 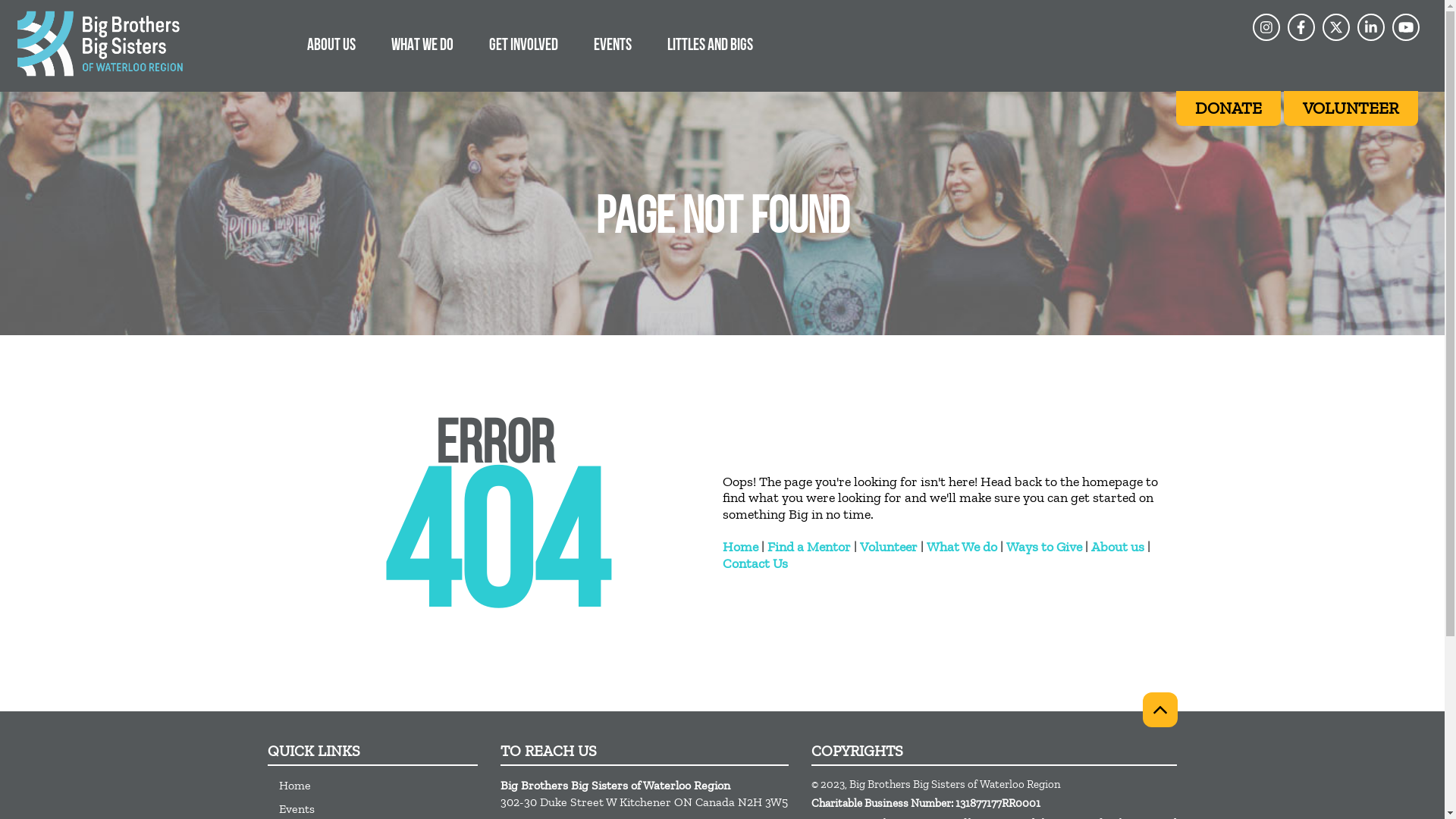 What do you see at coordinates (375, 43) in the screenshot?
I see `'WHAT WE DO'` at bounding box center [375, 43].